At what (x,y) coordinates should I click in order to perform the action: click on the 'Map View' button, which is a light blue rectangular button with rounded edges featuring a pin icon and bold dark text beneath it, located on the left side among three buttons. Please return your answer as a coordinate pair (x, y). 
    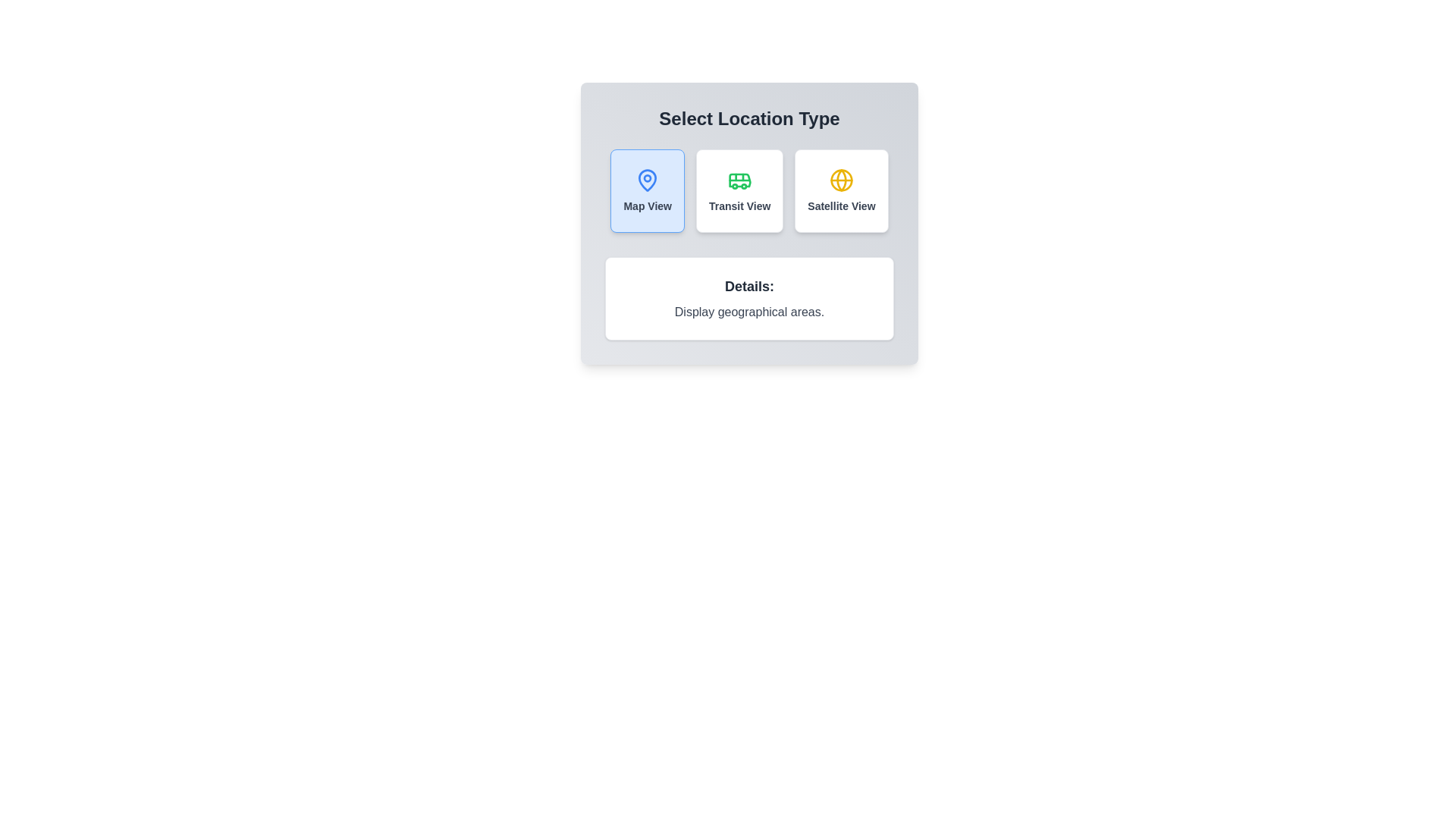
    Looking at the image, I should click on (648, 190).